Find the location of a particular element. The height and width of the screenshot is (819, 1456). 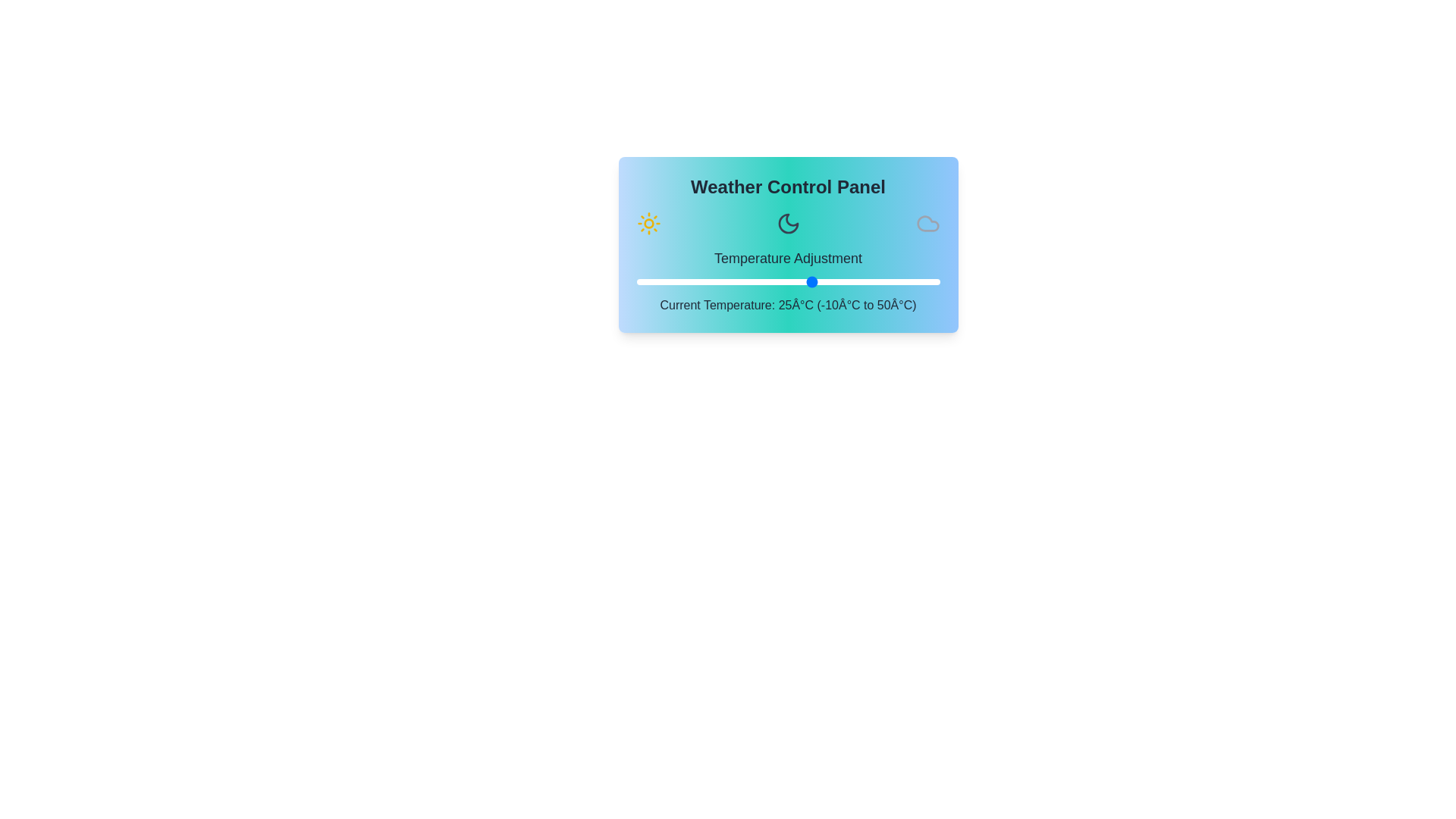

the temperature to 36°C using the slider is located at coordinates (869, 281).